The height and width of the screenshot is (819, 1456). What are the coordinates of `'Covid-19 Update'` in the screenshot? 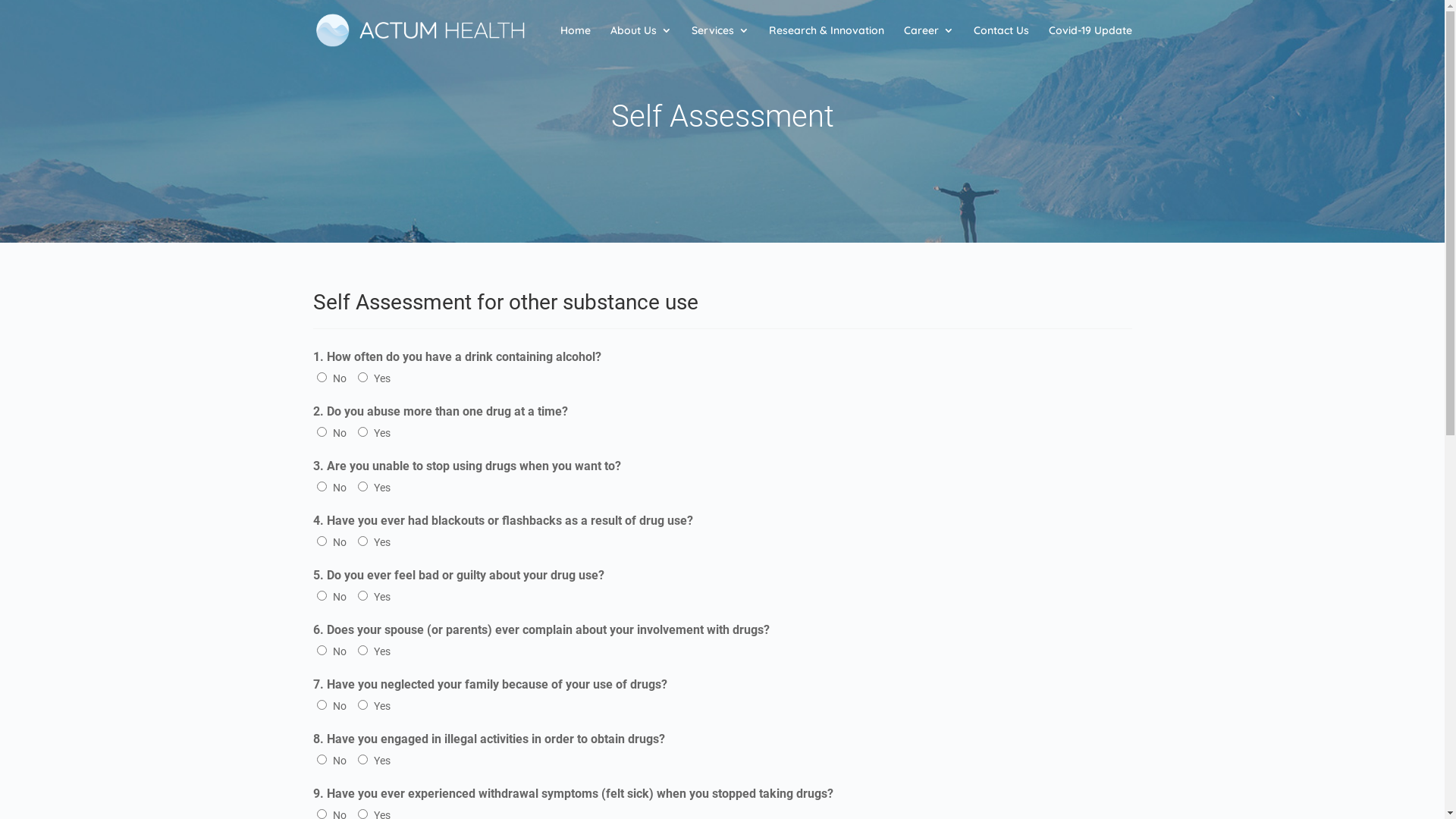 It's located at (1088, 42).